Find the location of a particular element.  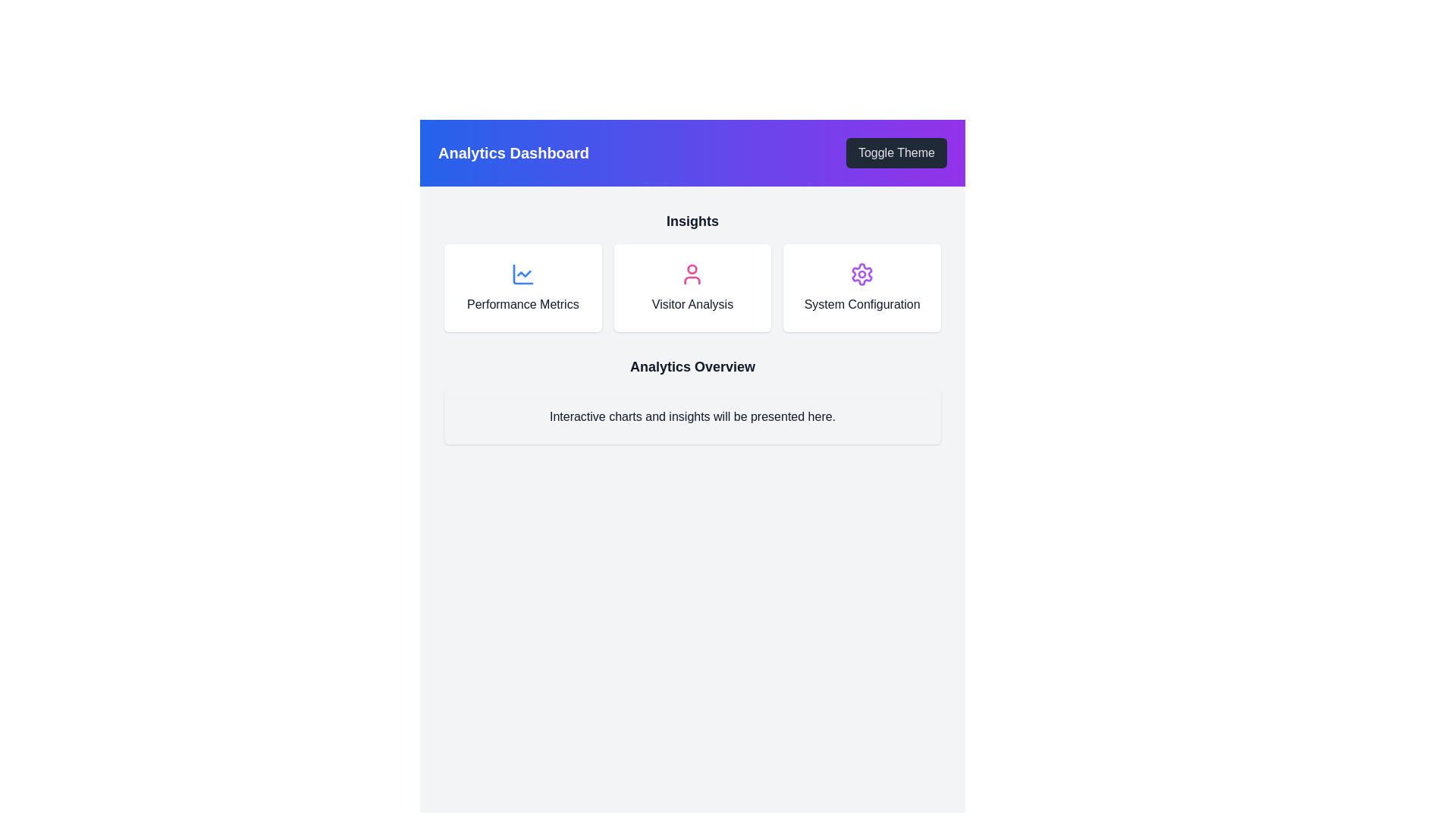

the decorative icon for the 'Performance Metrics' card, which is positioned at the top middle of the card and vertically aligned above the text label is located at coordinates (522, 275).